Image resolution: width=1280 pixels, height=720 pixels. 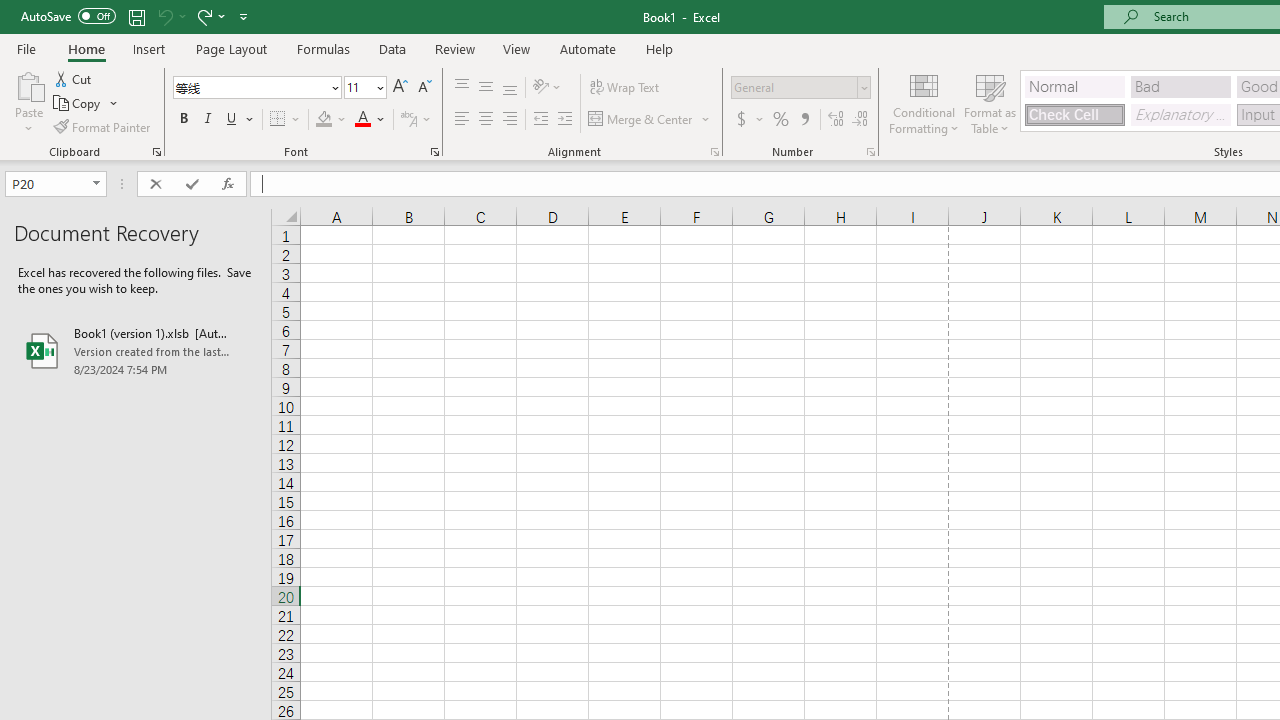 I want to click on 'Format Cell Number', so click(x=871, y=150).